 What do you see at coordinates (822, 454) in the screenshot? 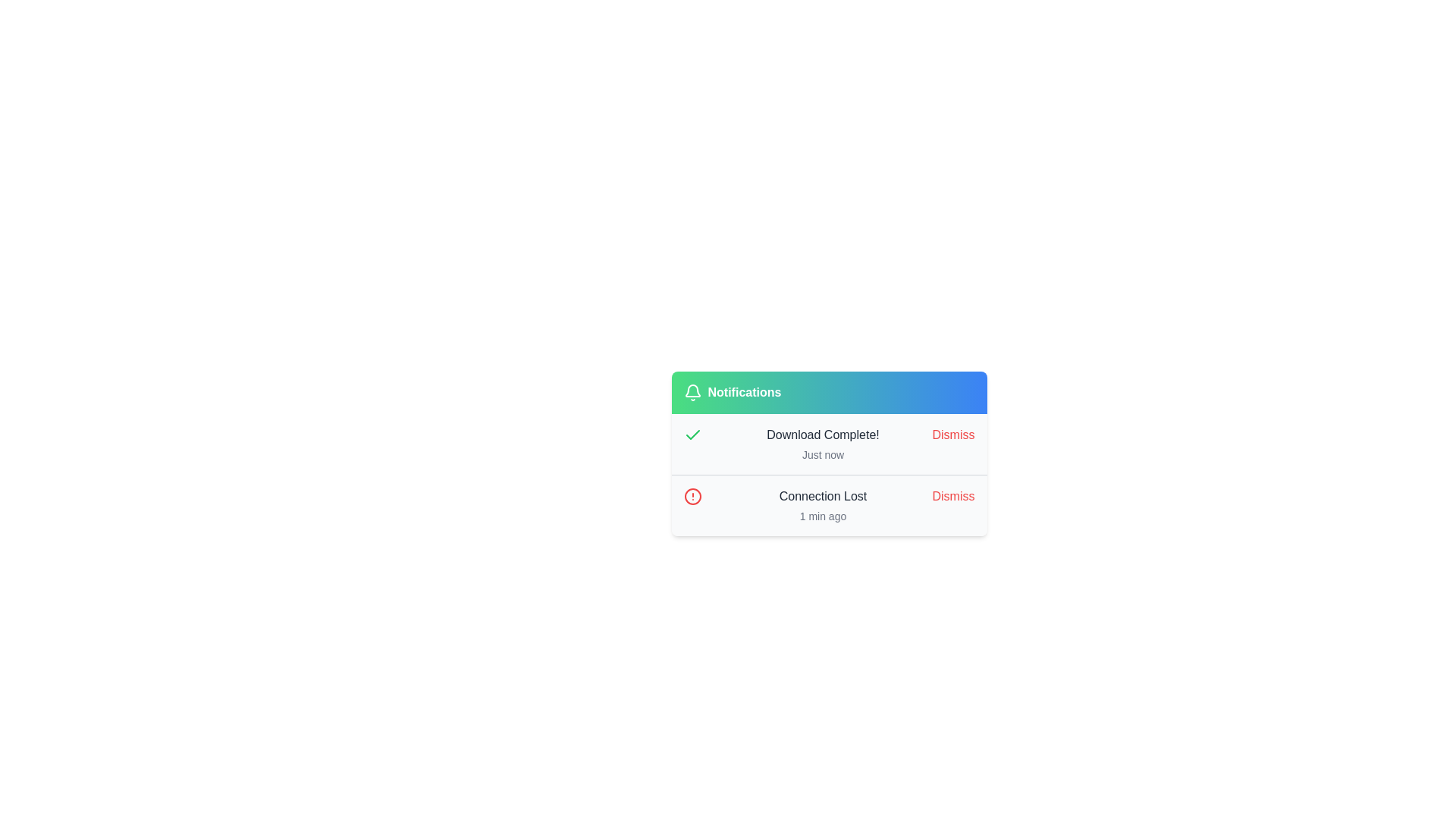
I see `the text label displaying 'Just now', which is a smaller gray timestamp located beneath the 'Download Complete!' notification title` at bounding box center [822, 454].